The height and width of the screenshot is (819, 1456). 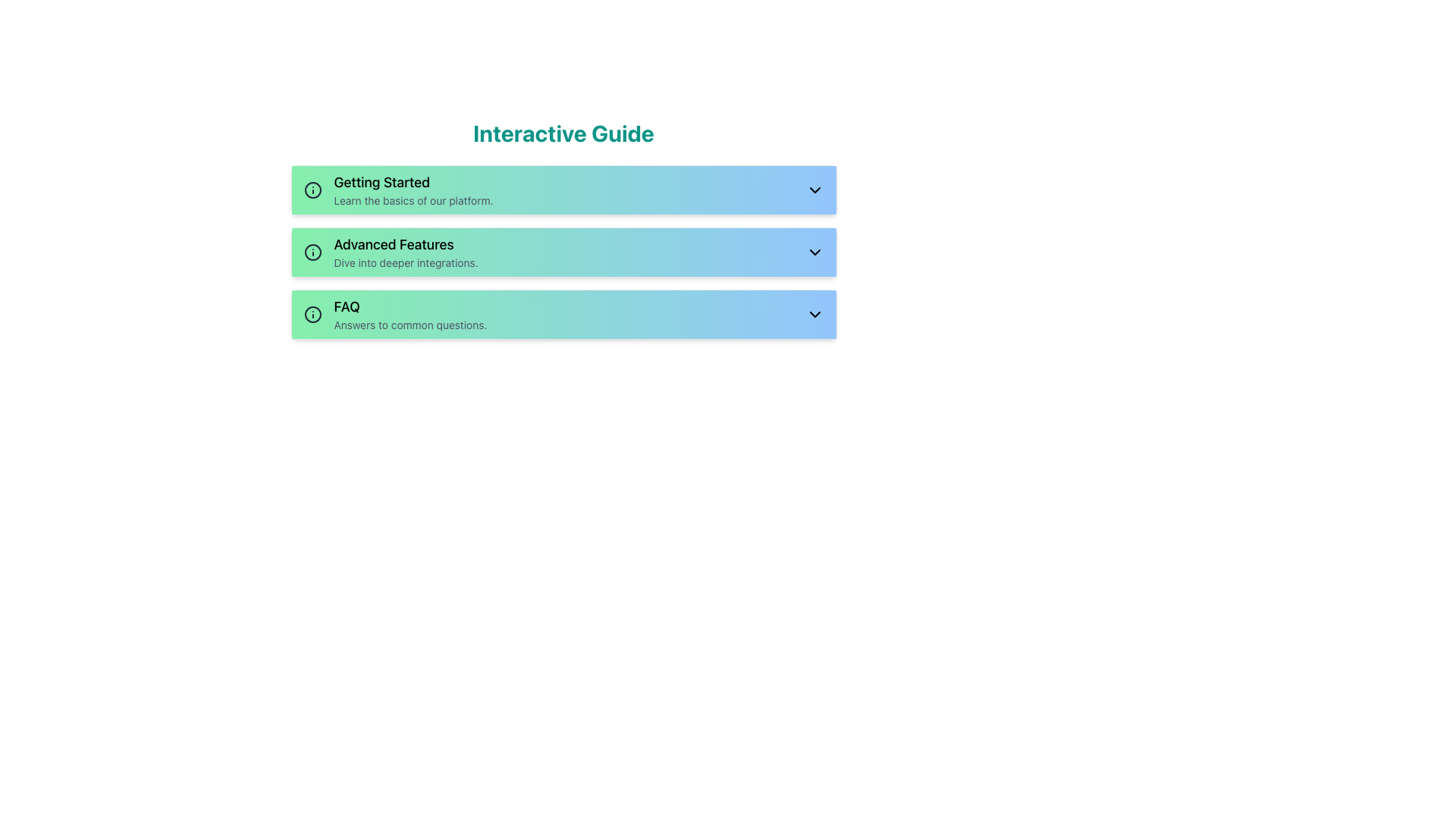 What do you see at coordinates (814, 314) in the screenshot?
I see `the chevron-down icon located in the third section of the list titled 'FAQ', adjacent to the text 'Answers to common questions'` at bounding box center [814, 314].